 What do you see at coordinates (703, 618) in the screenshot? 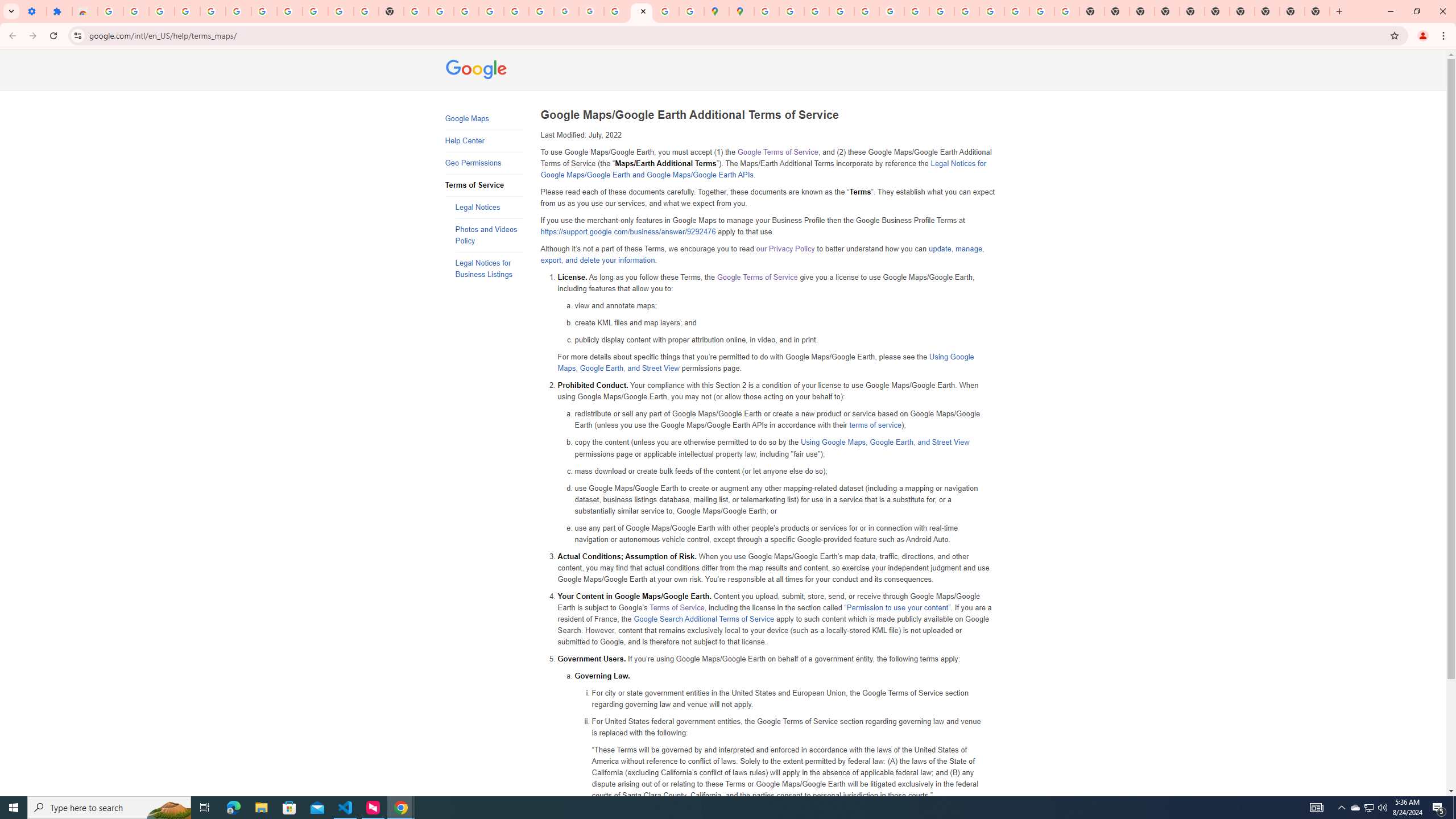
I see `'Google Search Additional Terms of Service'` at bounding box center [703, 618].